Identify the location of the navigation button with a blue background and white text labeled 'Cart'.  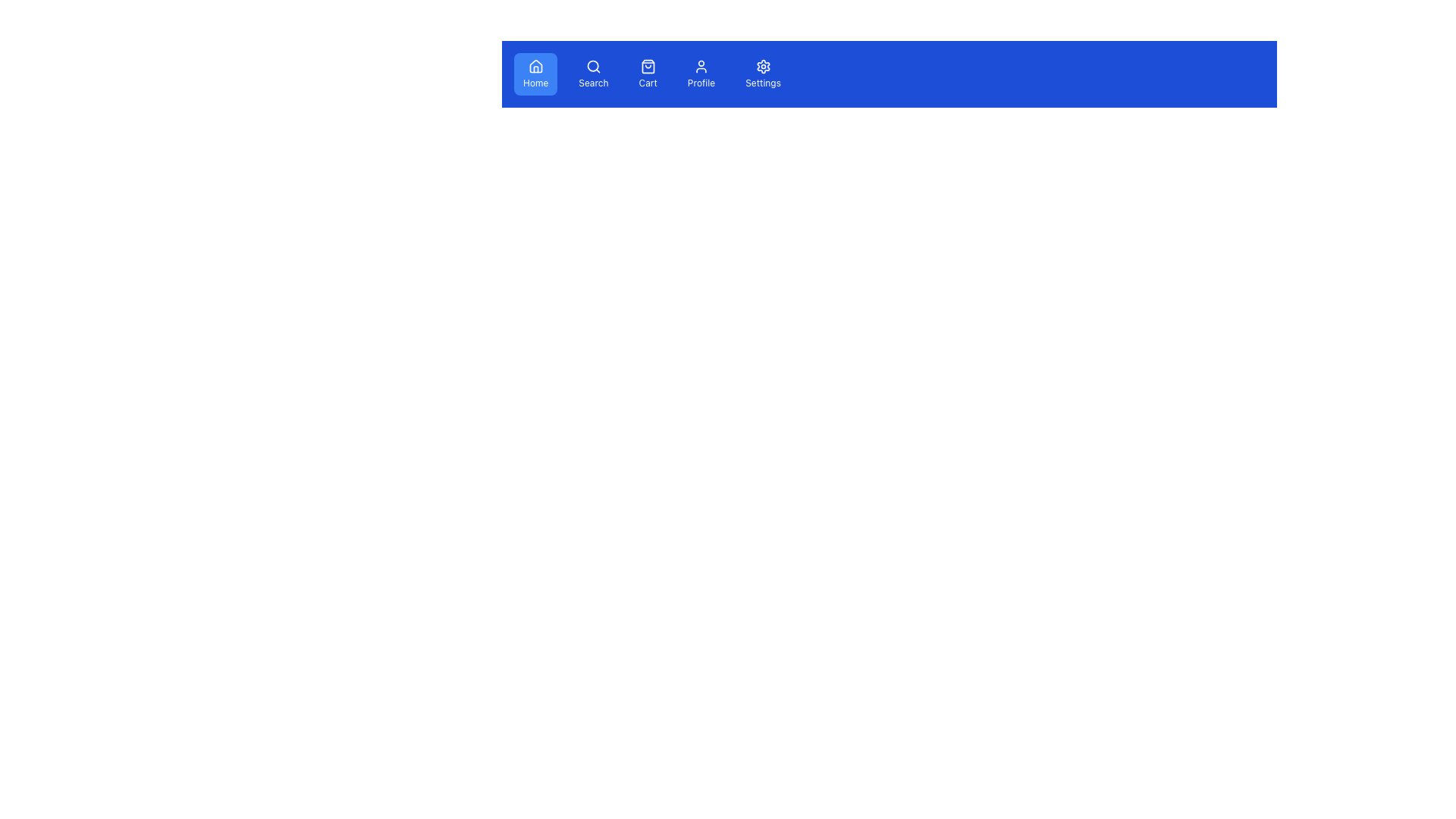
(651, 74).